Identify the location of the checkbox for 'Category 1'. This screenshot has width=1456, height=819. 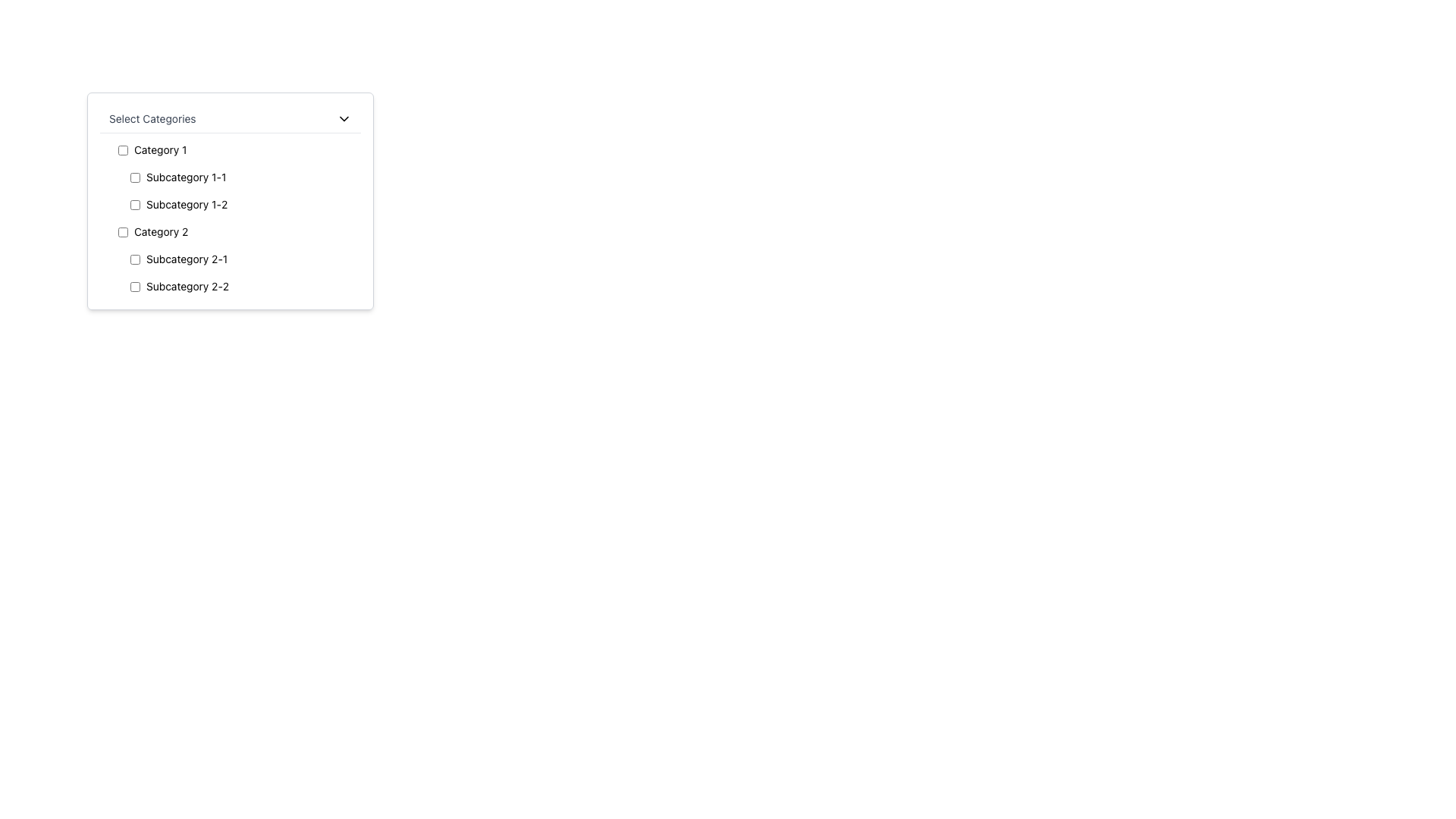
(123, 149).